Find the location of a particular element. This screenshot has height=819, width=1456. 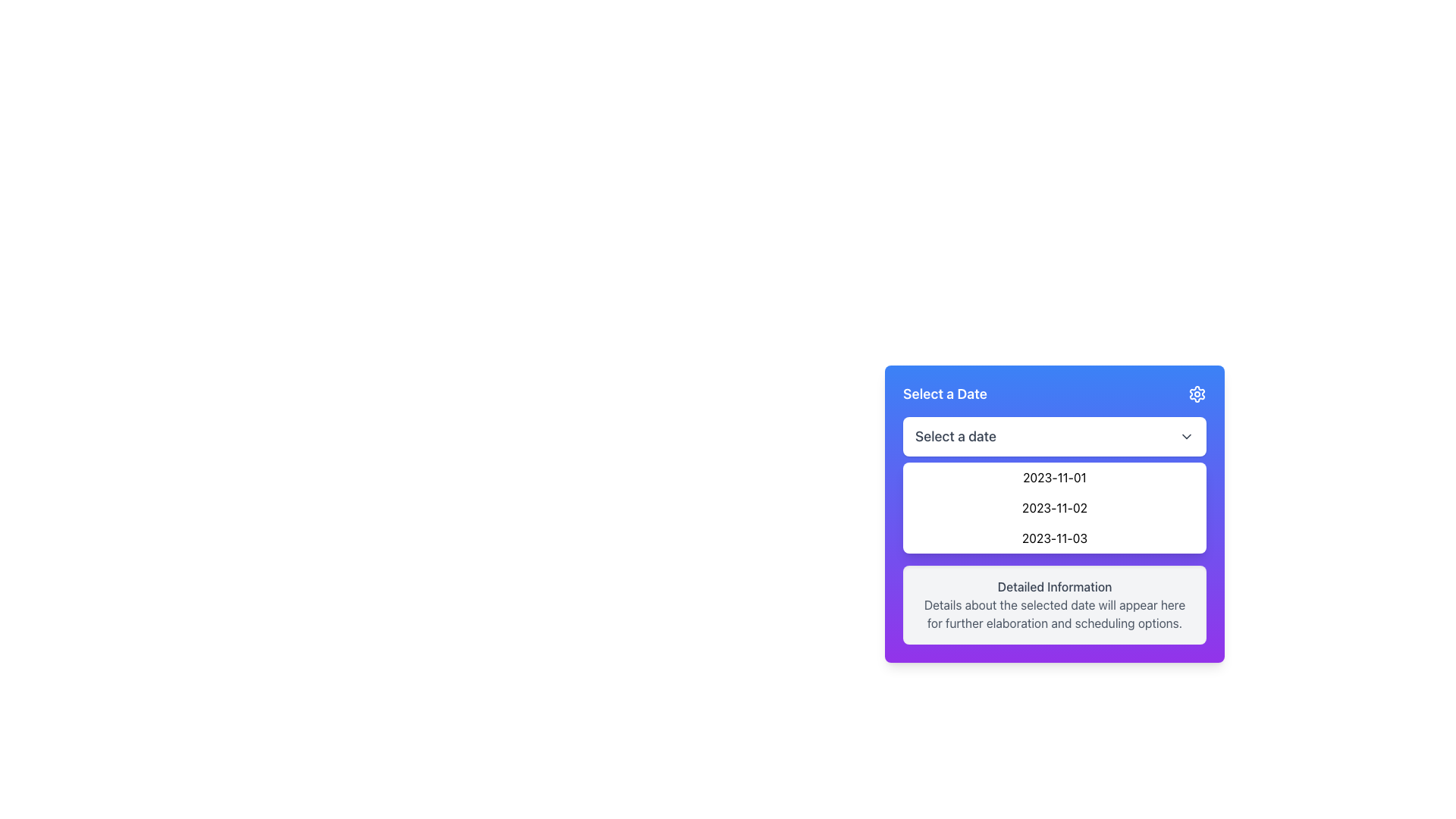

the first option '2023-11-01' in the dropdown menu styled with a white background and light purple border, located below the 'Select a Date' title is located at coordinates (1054, 485).